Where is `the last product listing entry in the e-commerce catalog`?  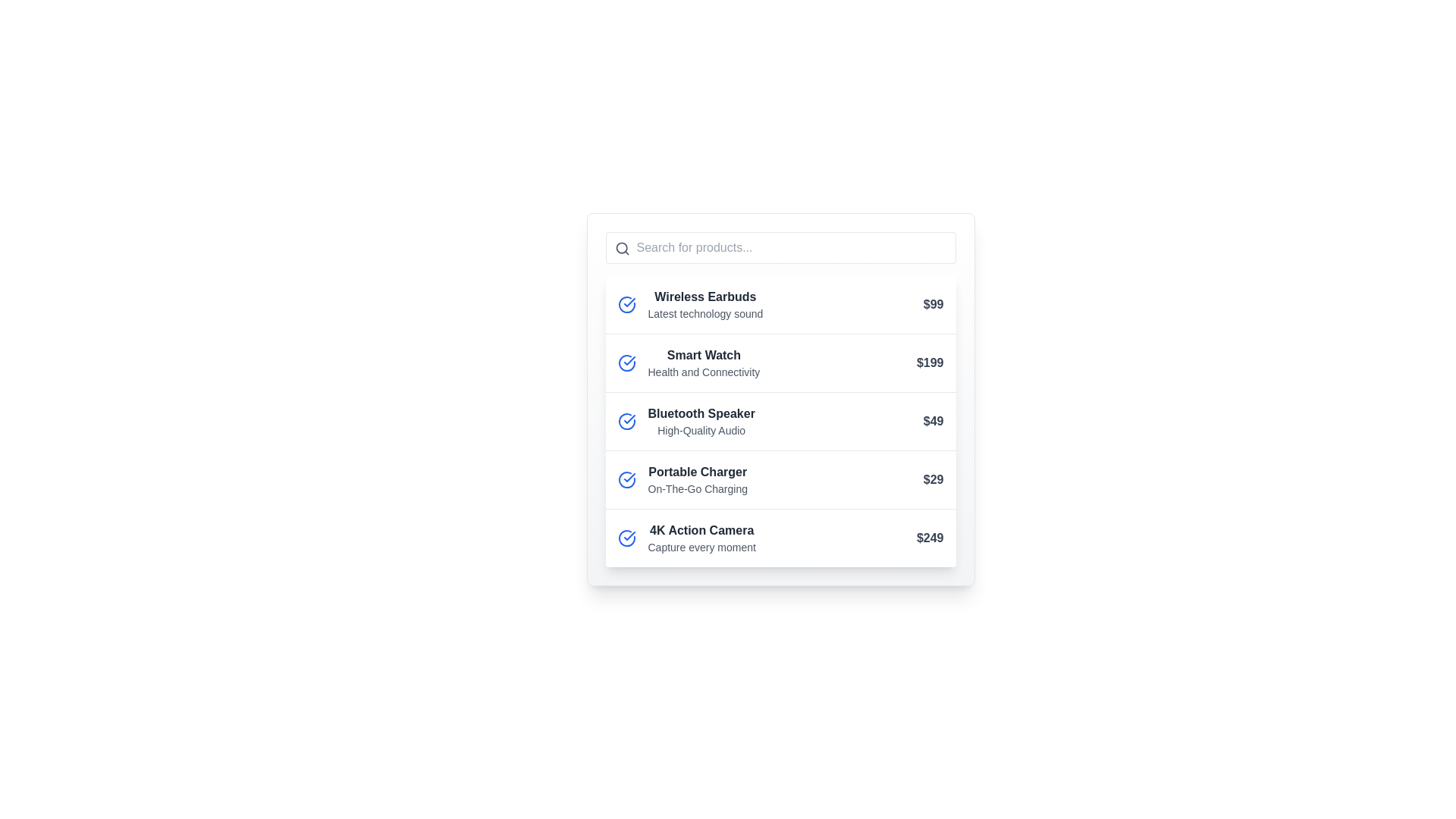 the last product listing entry in the e-commerce catalog is located at coordinates (780, 537).